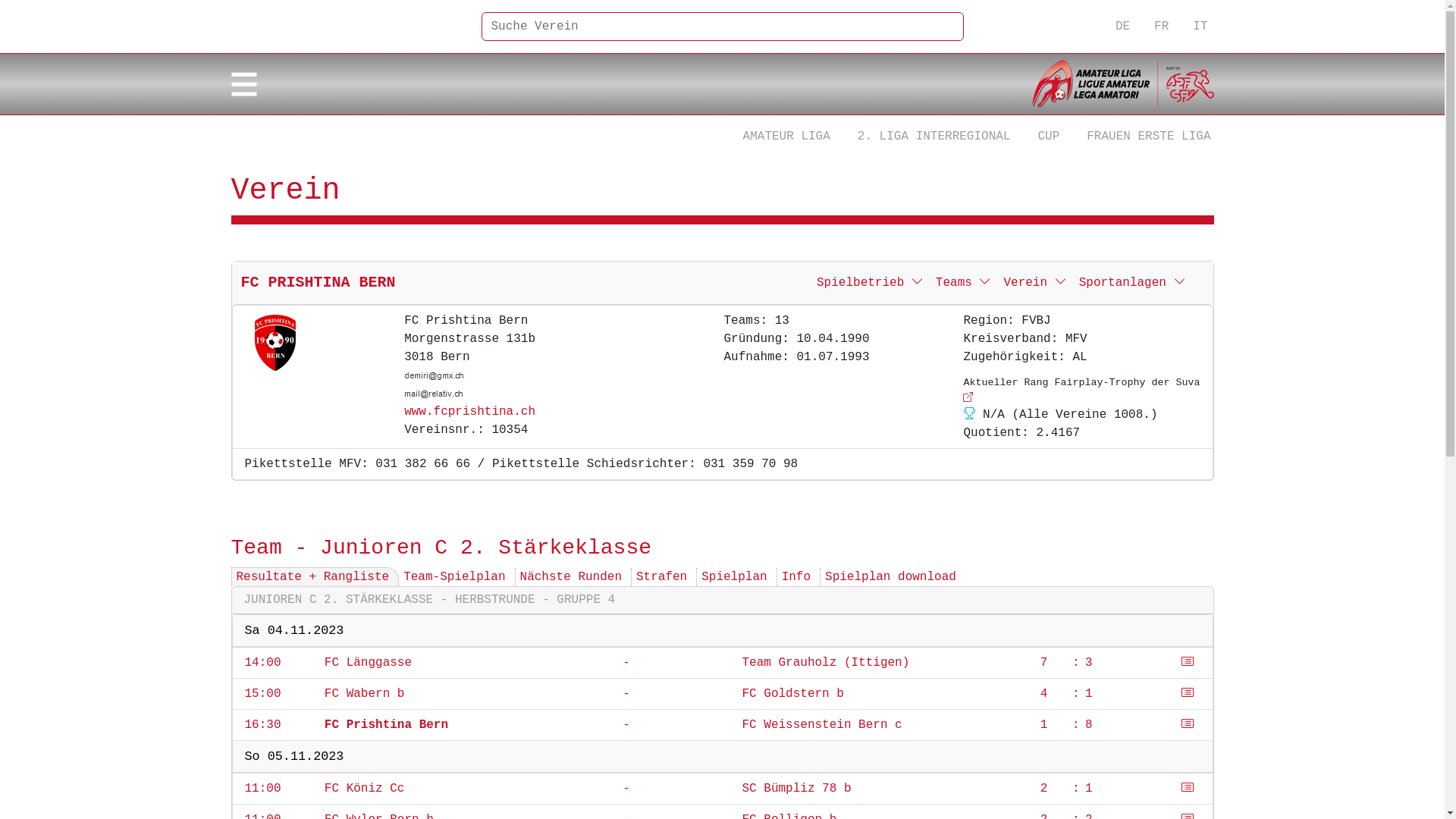  I want to click on 'CUP', so click(1047, 136).